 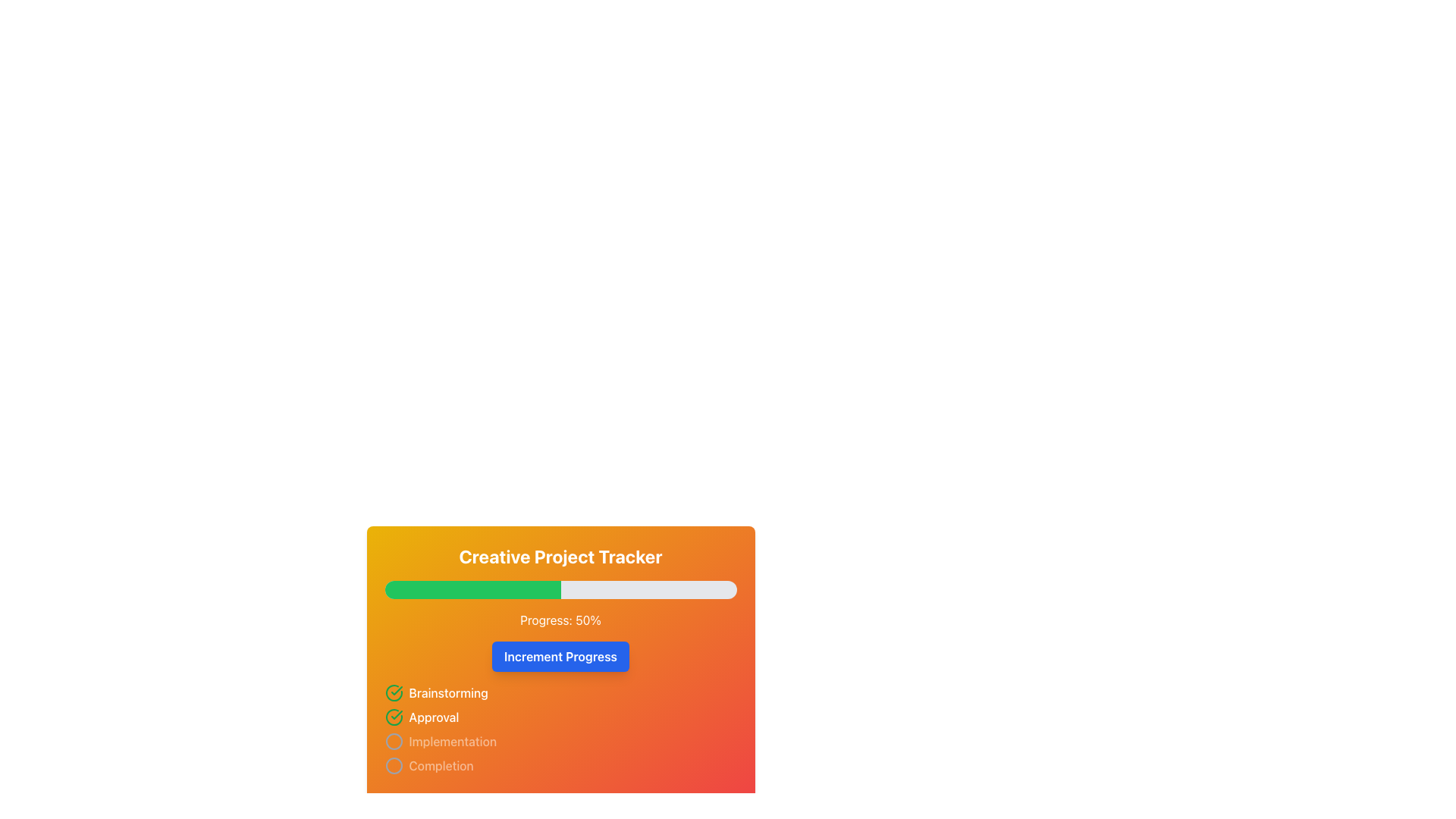 What do you see at coordinates (560, 728) in the screenshot?
I see `the progress tracker item in the center of the 'Creative Project Tracker' module to mark it as active or completed` at bounding box center [560, 728].